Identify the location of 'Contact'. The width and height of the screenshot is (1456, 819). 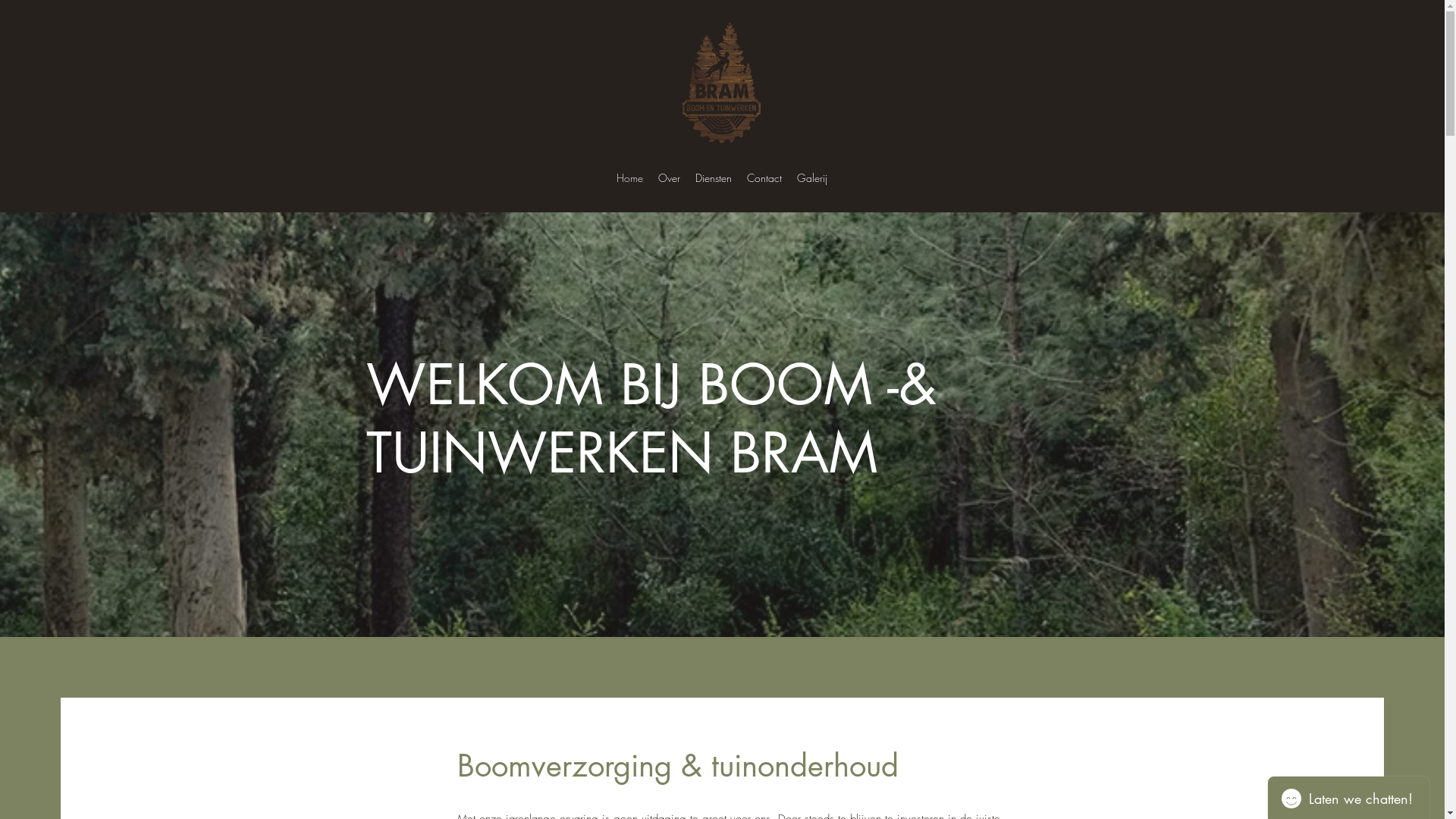
(764, 177).